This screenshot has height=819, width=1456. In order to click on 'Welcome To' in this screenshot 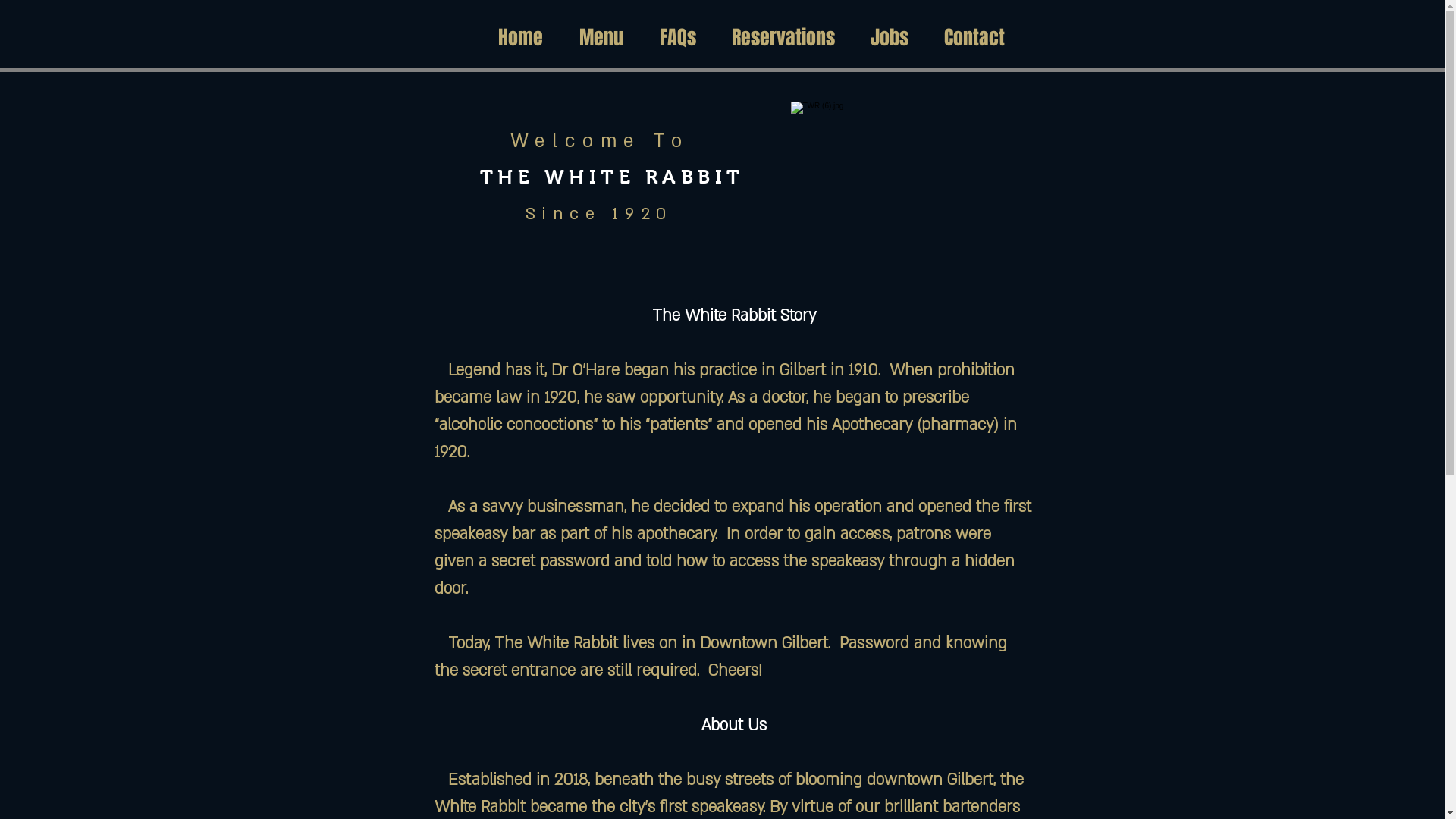, I will do `click(598, 141)`.